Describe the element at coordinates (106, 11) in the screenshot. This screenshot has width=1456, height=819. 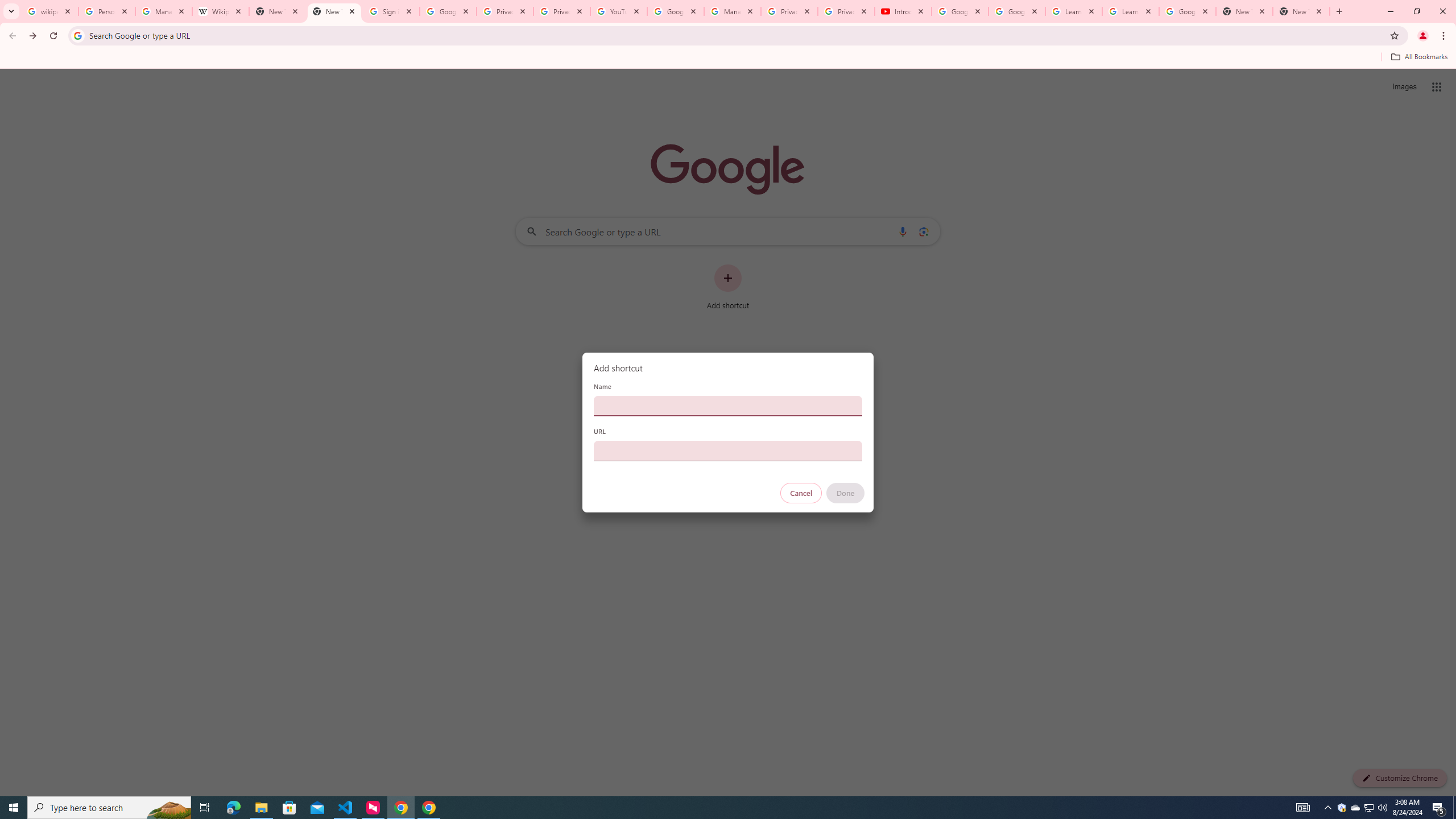
I see `'Personalization & Google Search results - Google Search Help'` at that location.